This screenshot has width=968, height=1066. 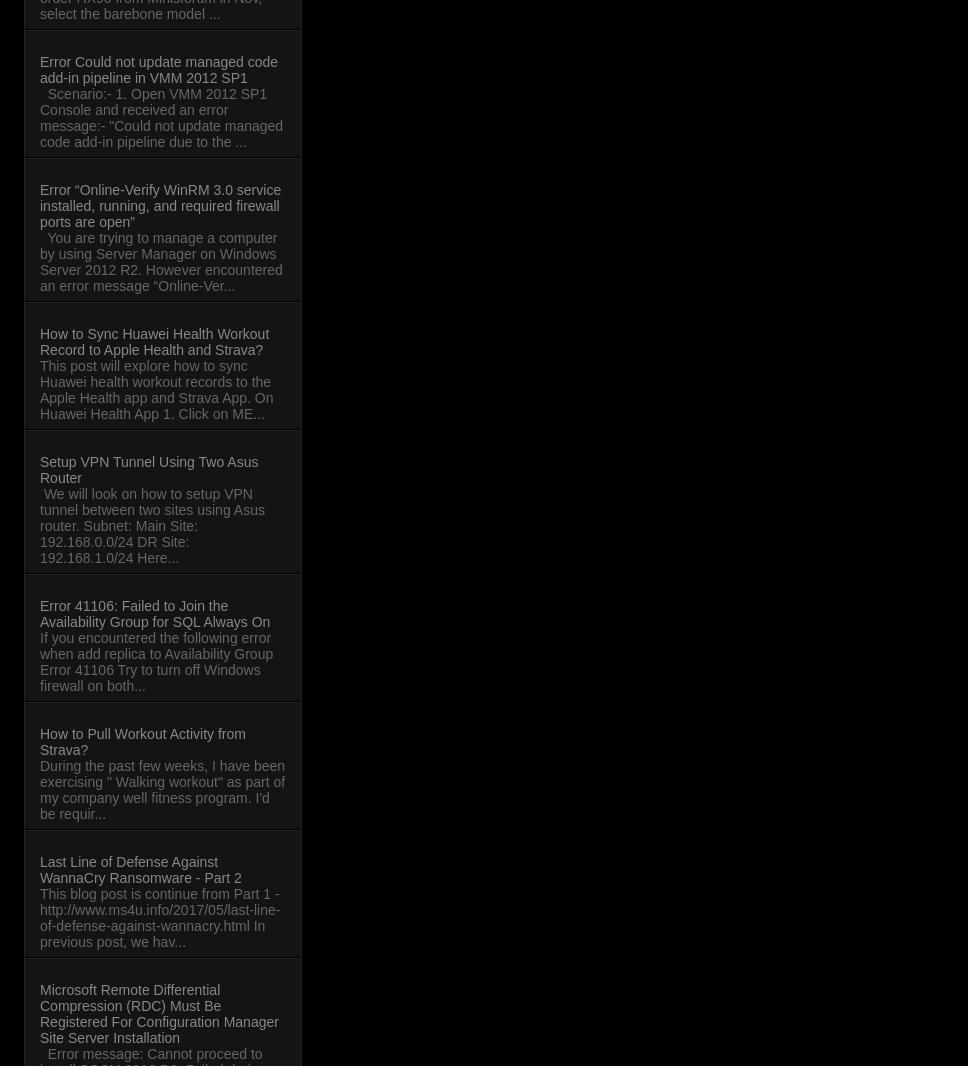 What do you see at coordinates (39, 789) in the screenshot?
I see `'During the past few weeks, I have been exercising " Walking workout" as part of my company well fitness program. I'd be requir...'` at bounding box center [39, 789].